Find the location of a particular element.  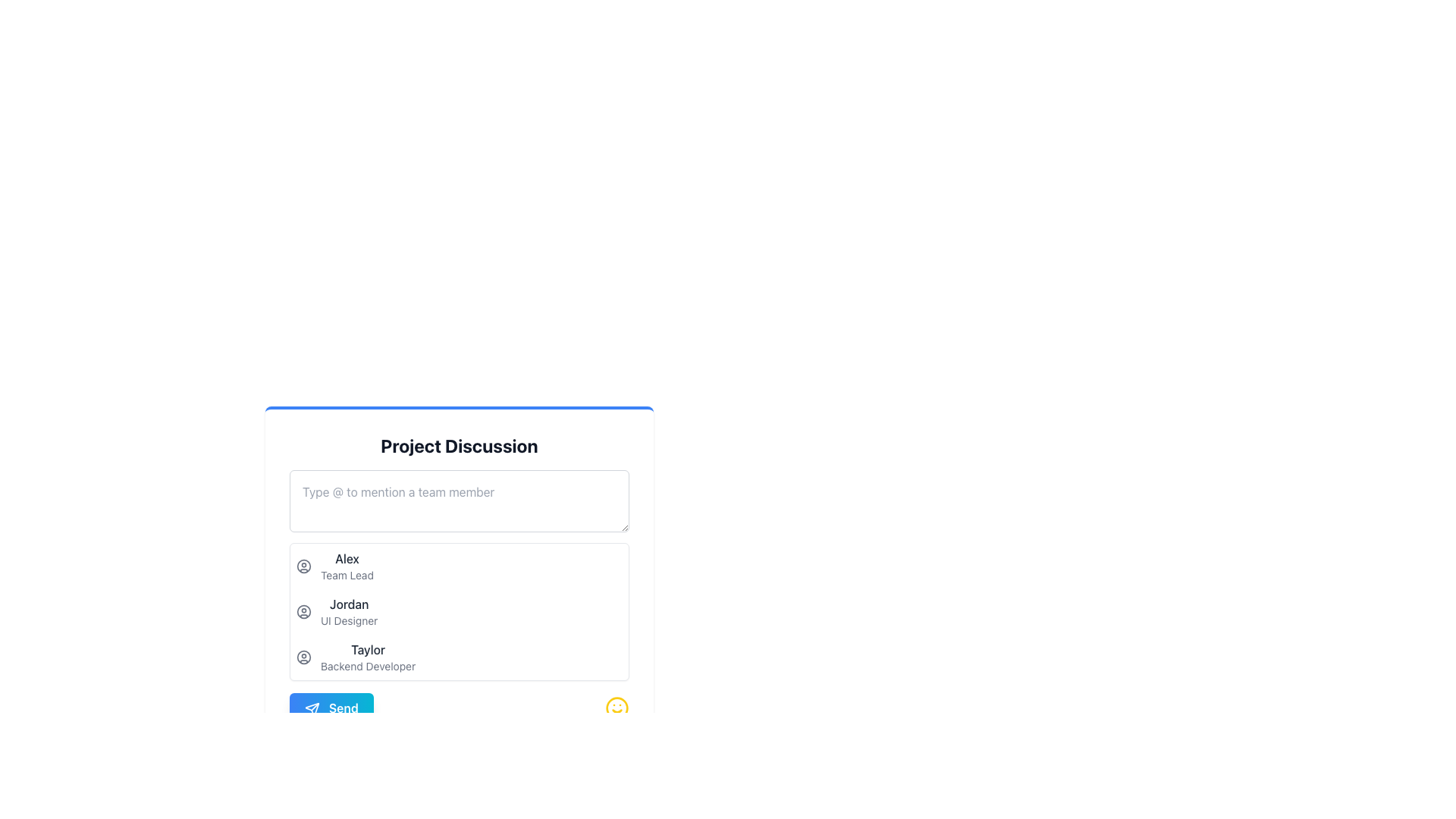

the message sending button located in the footer section of the discussion interface, positioned at the bottom-left corner adjacent to the yellow smiley face icon is located at coordinates (331, 708).